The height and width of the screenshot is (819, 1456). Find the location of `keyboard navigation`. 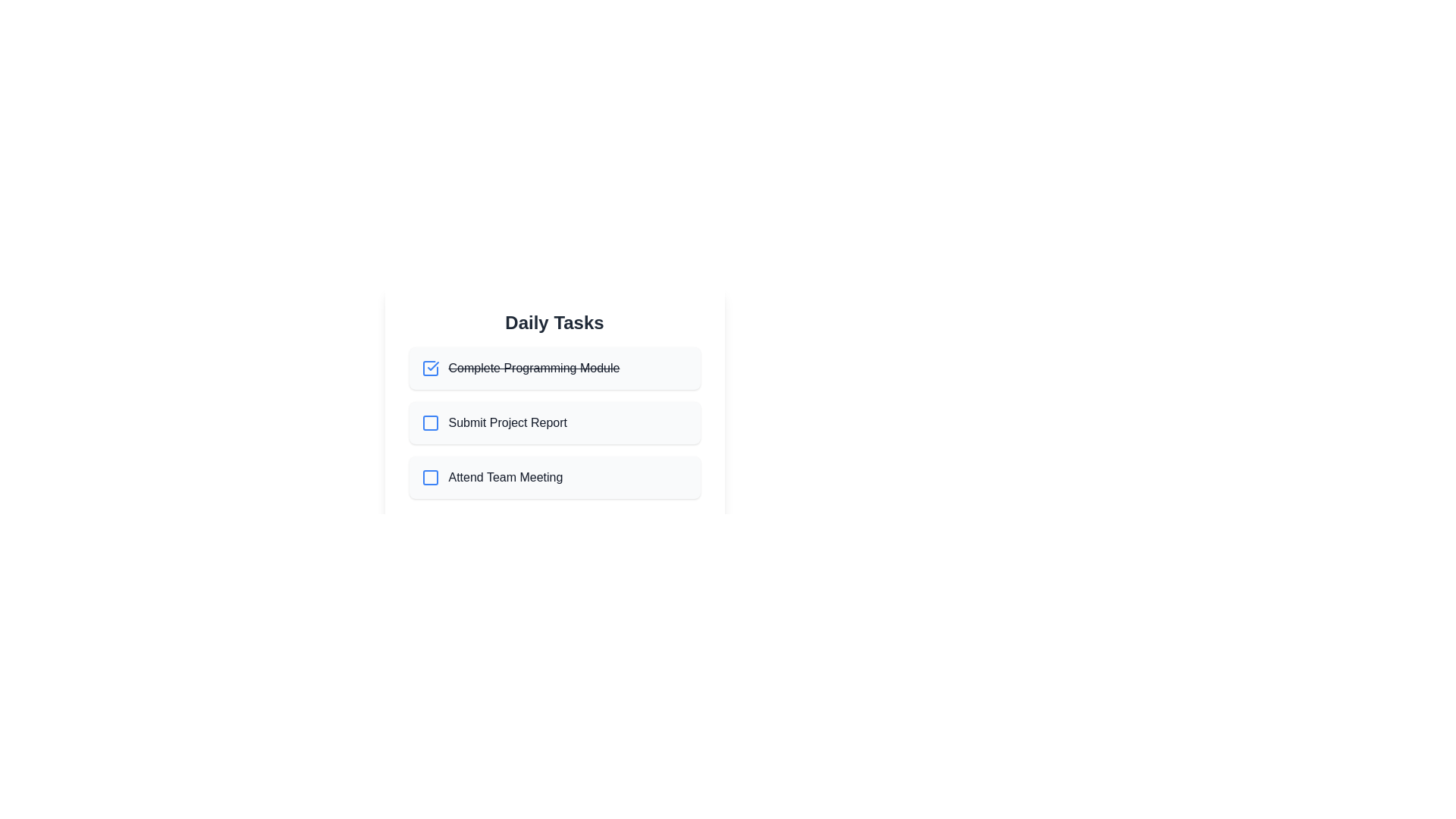

keyboard navigation is located at coordinates (429, 476).